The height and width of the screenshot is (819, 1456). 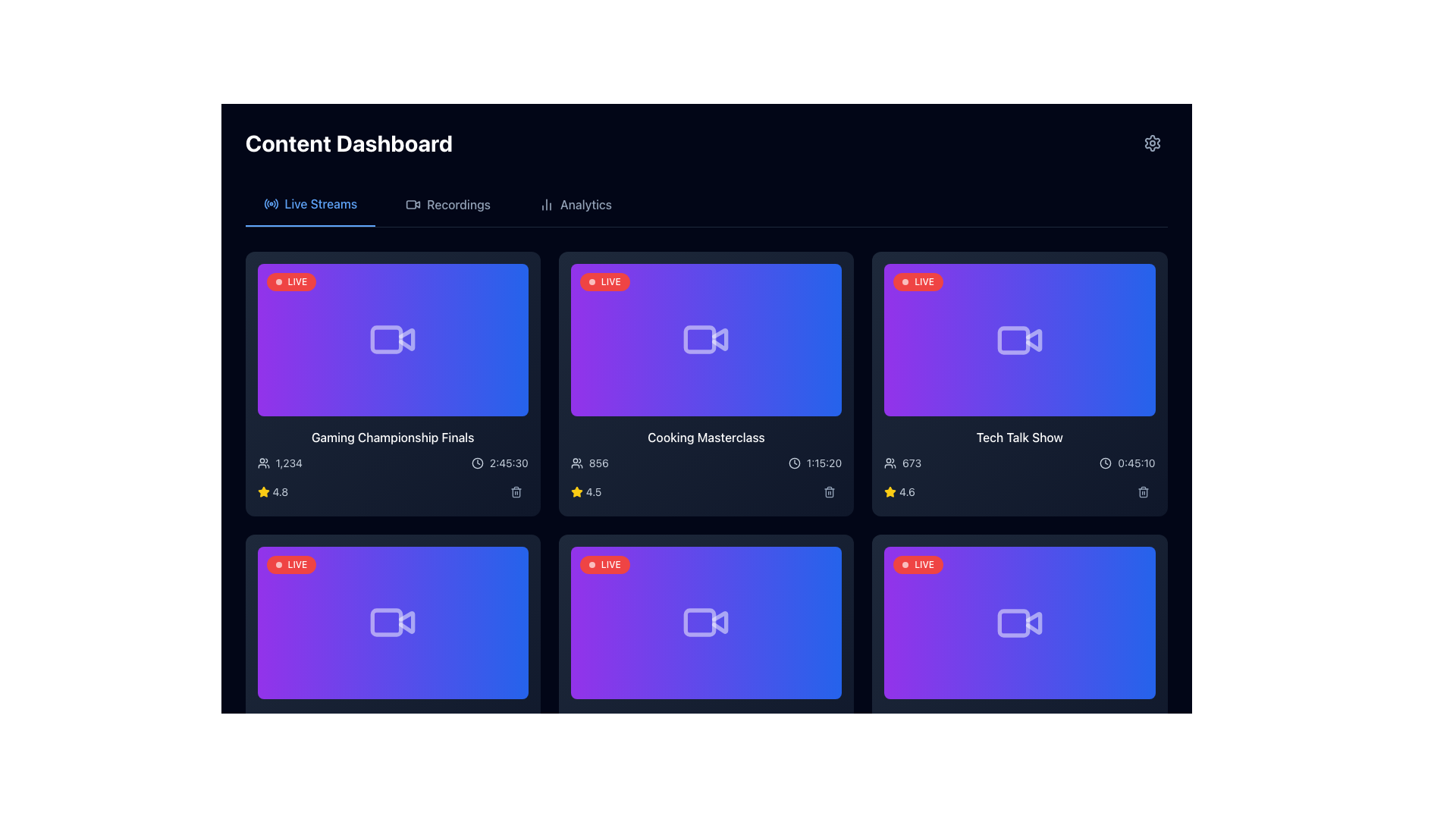 What do you see at coordinates (705, 339) in the screenshot?
I see `the video camera icon located centrally in the second card of the top row in the content grid labeled 'Cooking Masterclass'` at bounding box center [705, 339].